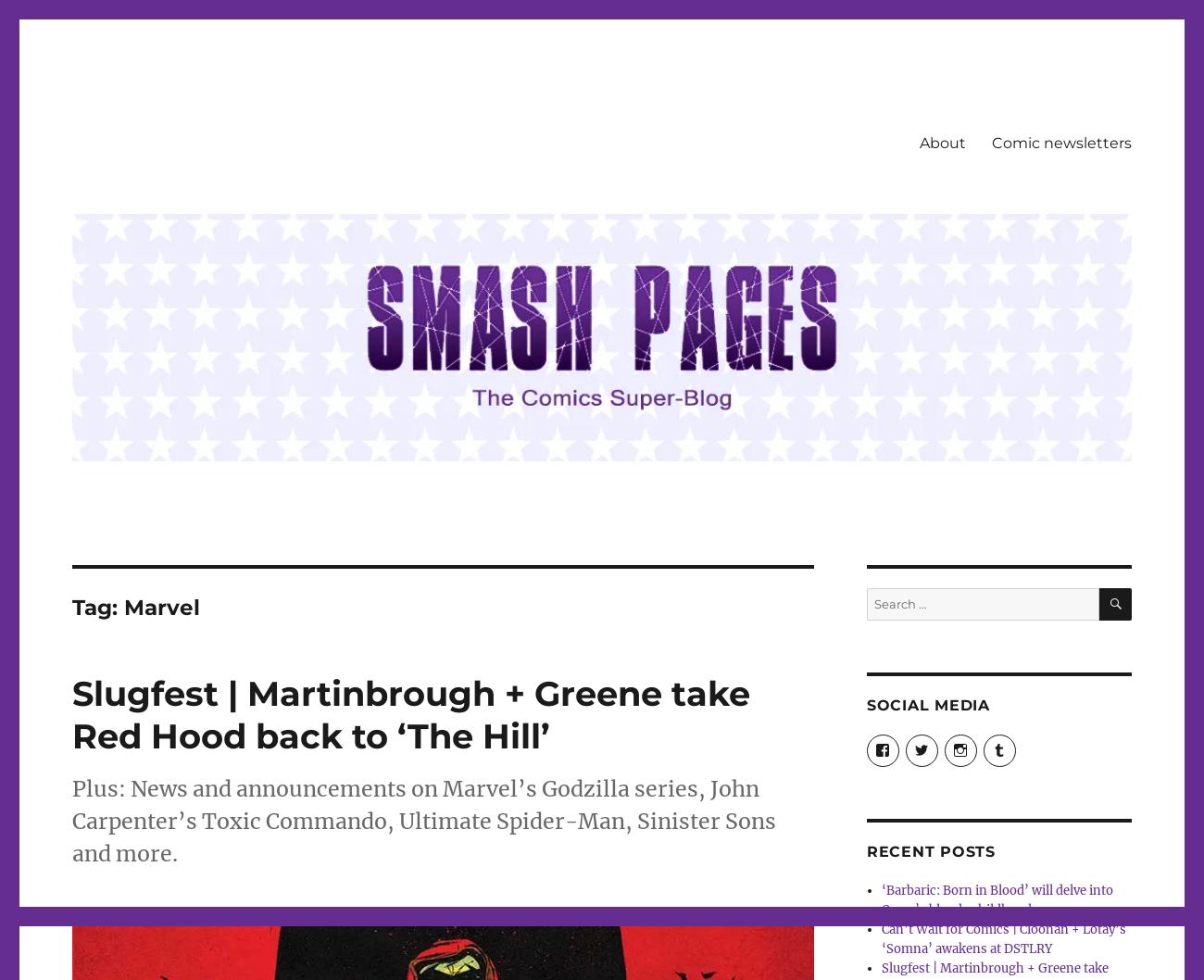 The width and height of the screenshot is (1204, 980). I want to click on 'Marvel', so click(161, 606).